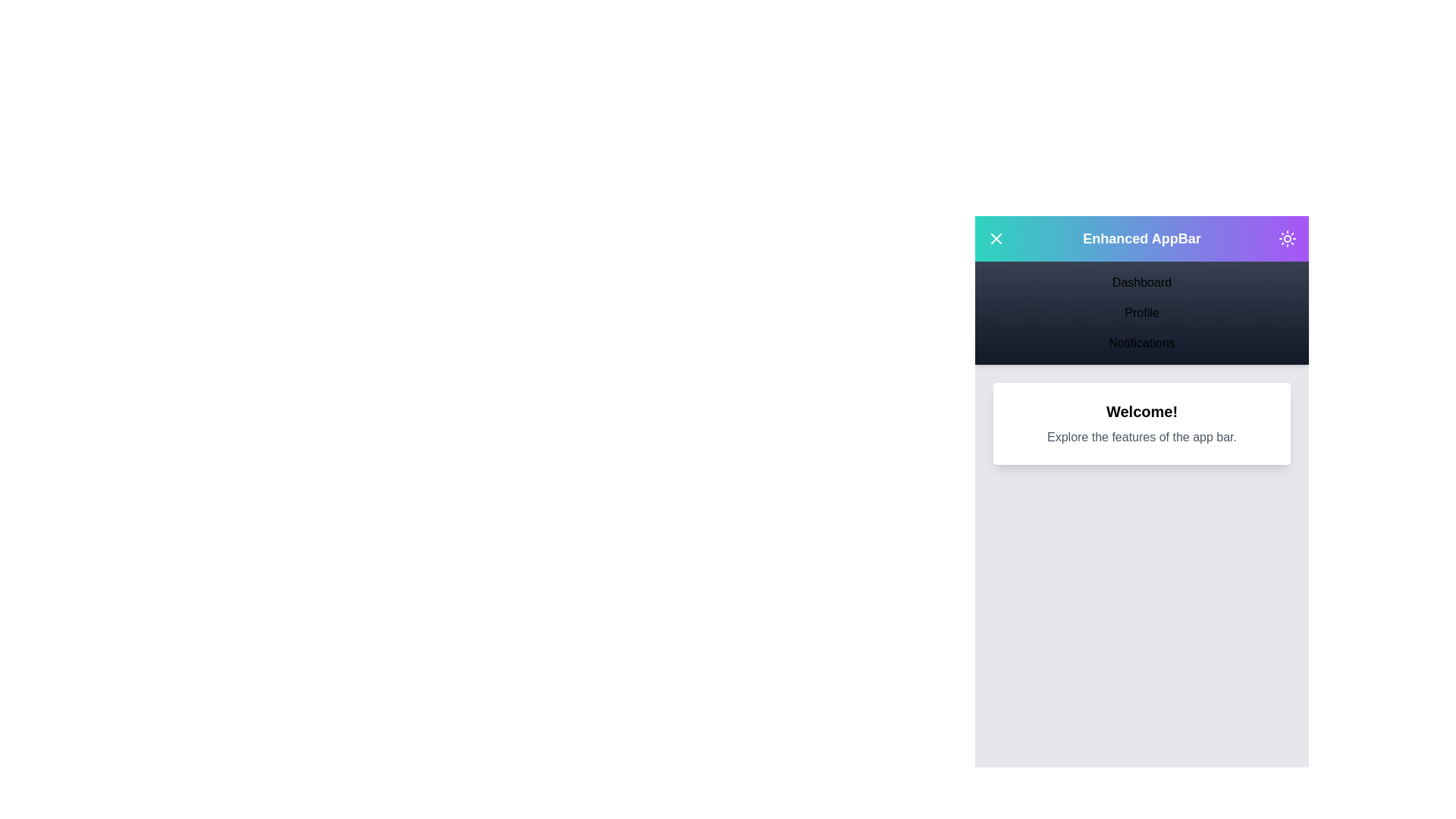  I want to click on the menu item Dashboard to navigate to the corresponding section, so click(1142, 283).